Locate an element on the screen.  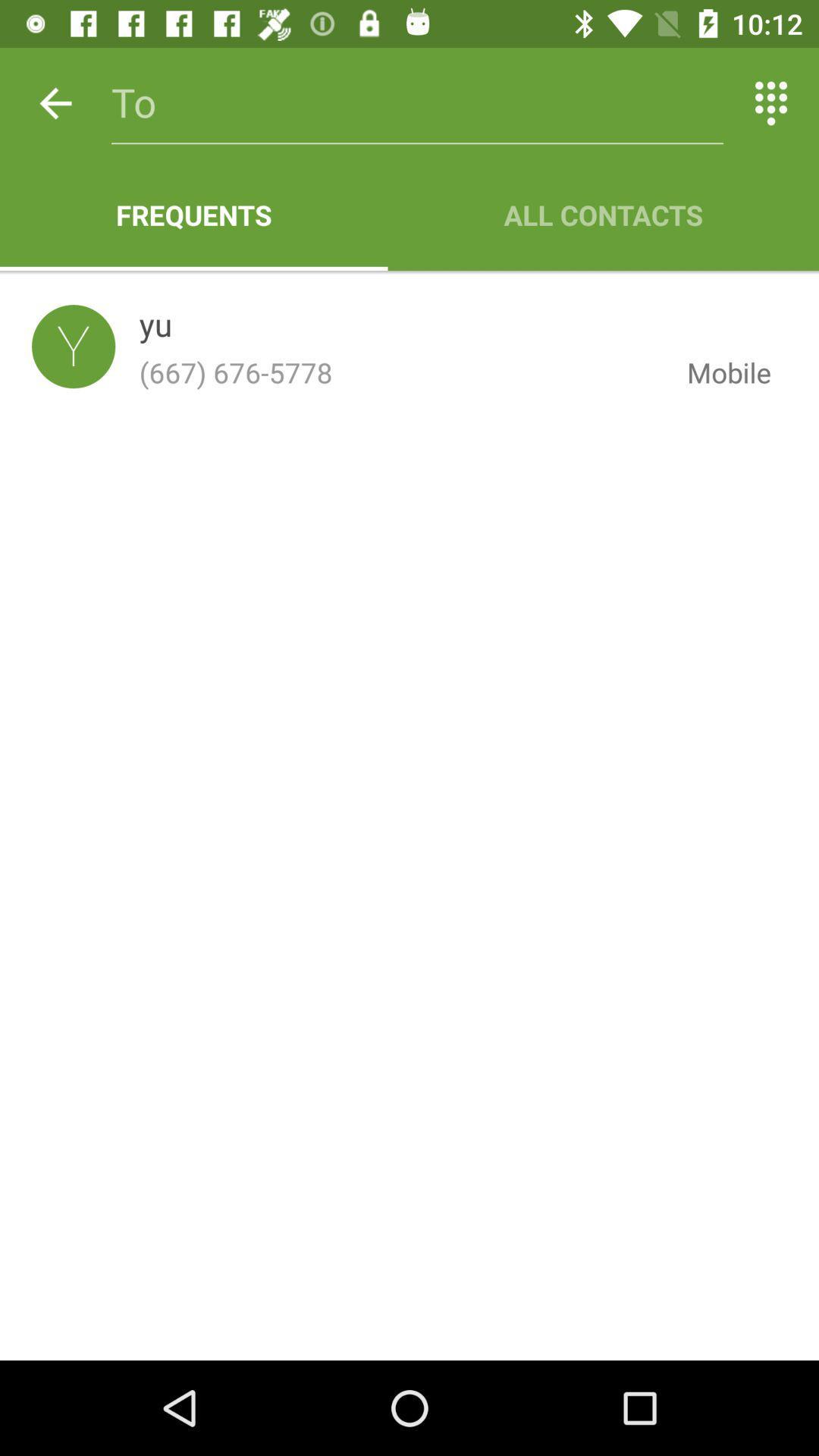
the mobile is located at coordinates (717, 372).